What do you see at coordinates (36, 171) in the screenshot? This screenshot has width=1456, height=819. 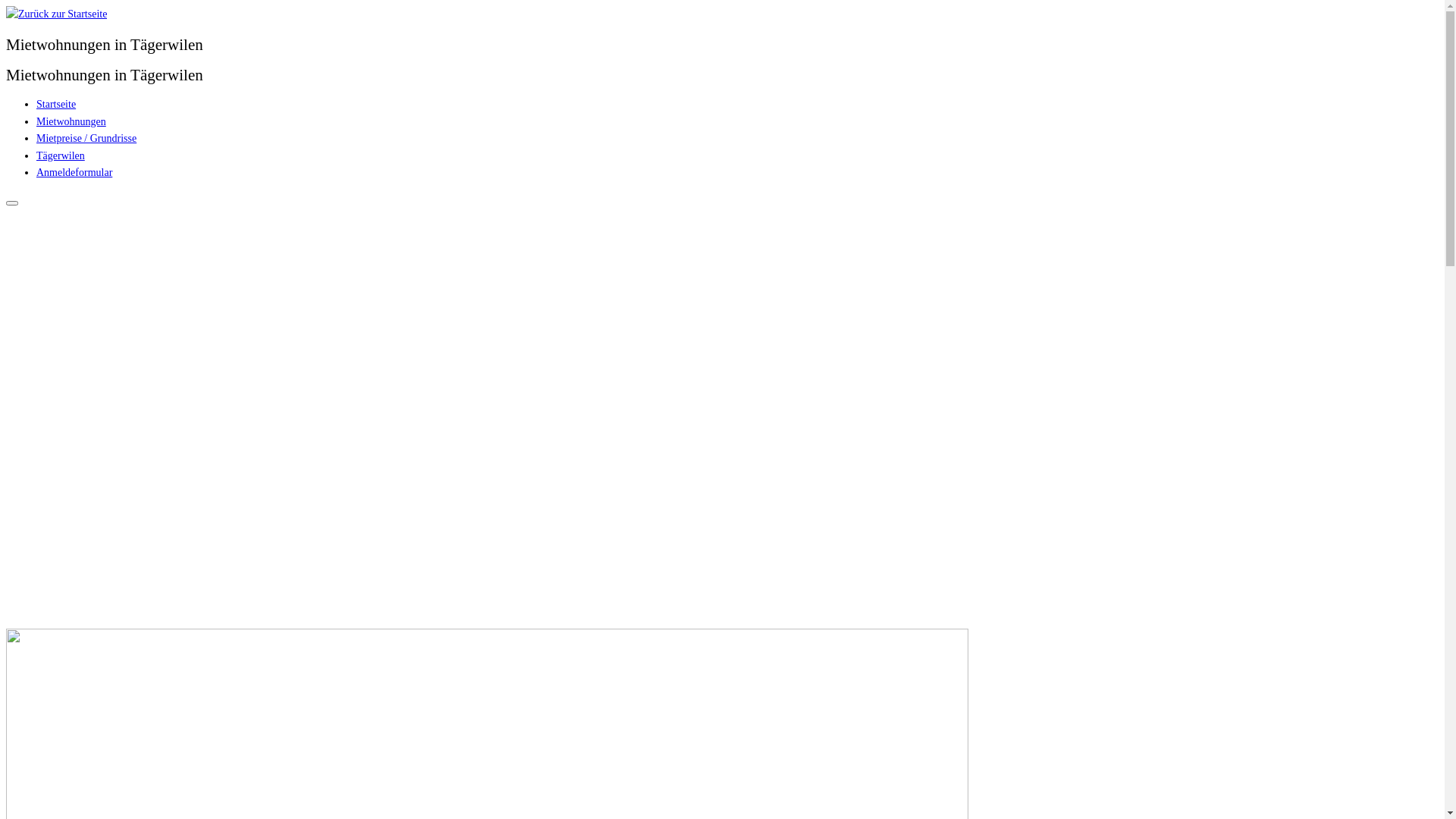 I see `'Anmeldeformular'` at bounding box center [36, 171].